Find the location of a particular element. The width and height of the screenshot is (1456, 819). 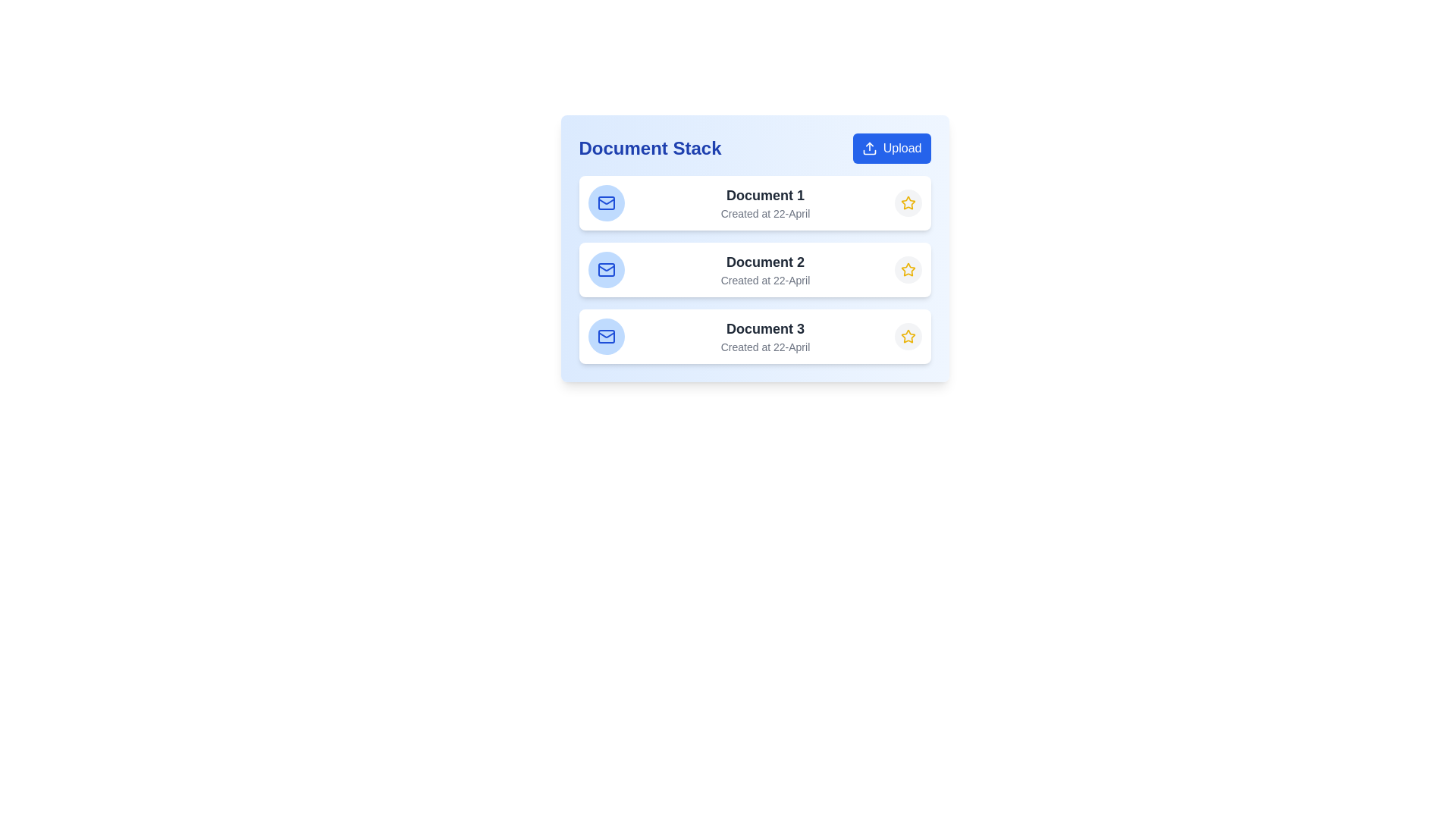

the button for marking 'Document 2' as a favorite is located at coordinates (908, 268).